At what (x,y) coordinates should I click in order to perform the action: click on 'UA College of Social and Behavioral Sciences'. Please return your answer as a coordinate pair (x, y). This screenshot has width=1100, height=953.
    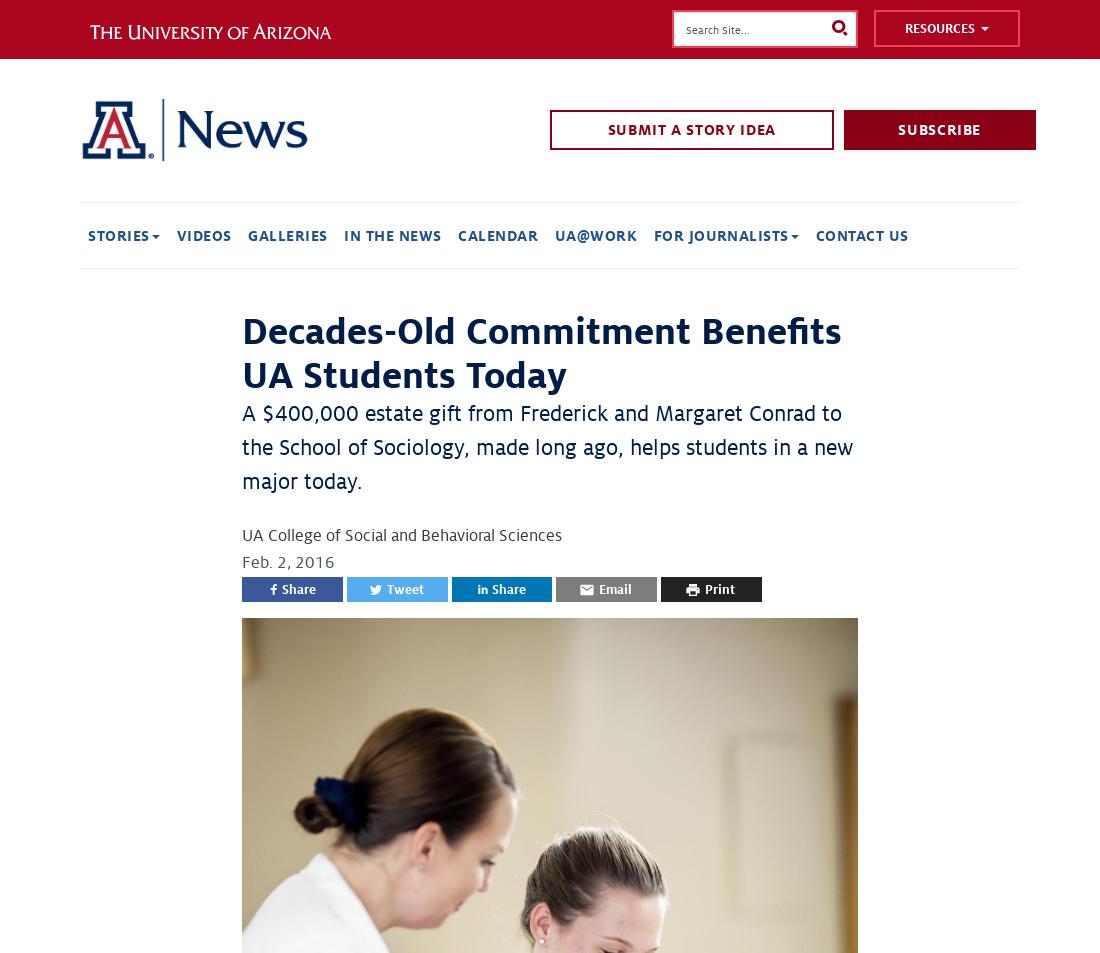
    Looking at the image, I should click on (402, 535).